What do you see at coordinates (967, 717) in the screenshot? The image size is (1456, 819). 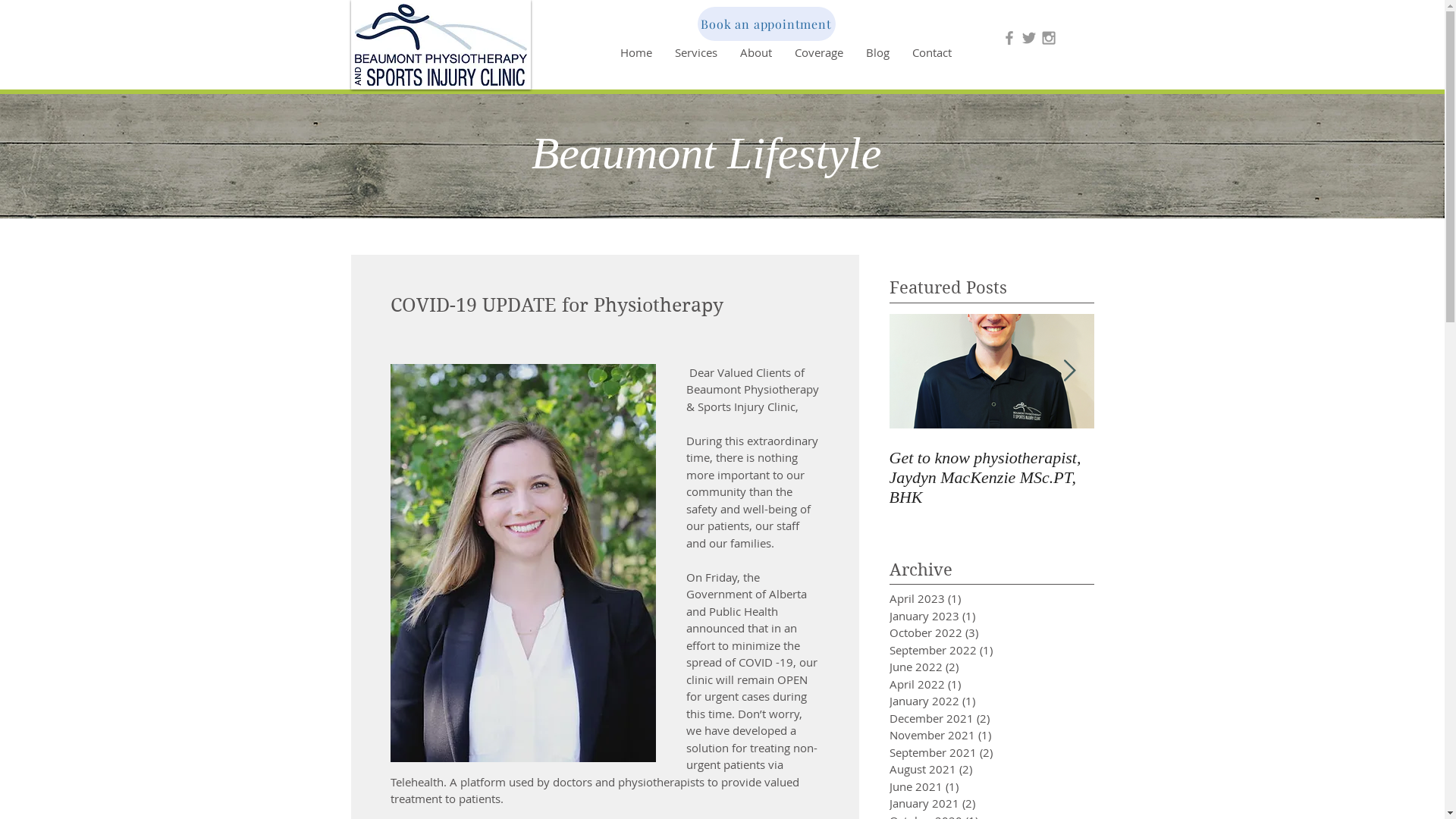 I see `'December 2021 (2)'` at bounding box center [967, 717].